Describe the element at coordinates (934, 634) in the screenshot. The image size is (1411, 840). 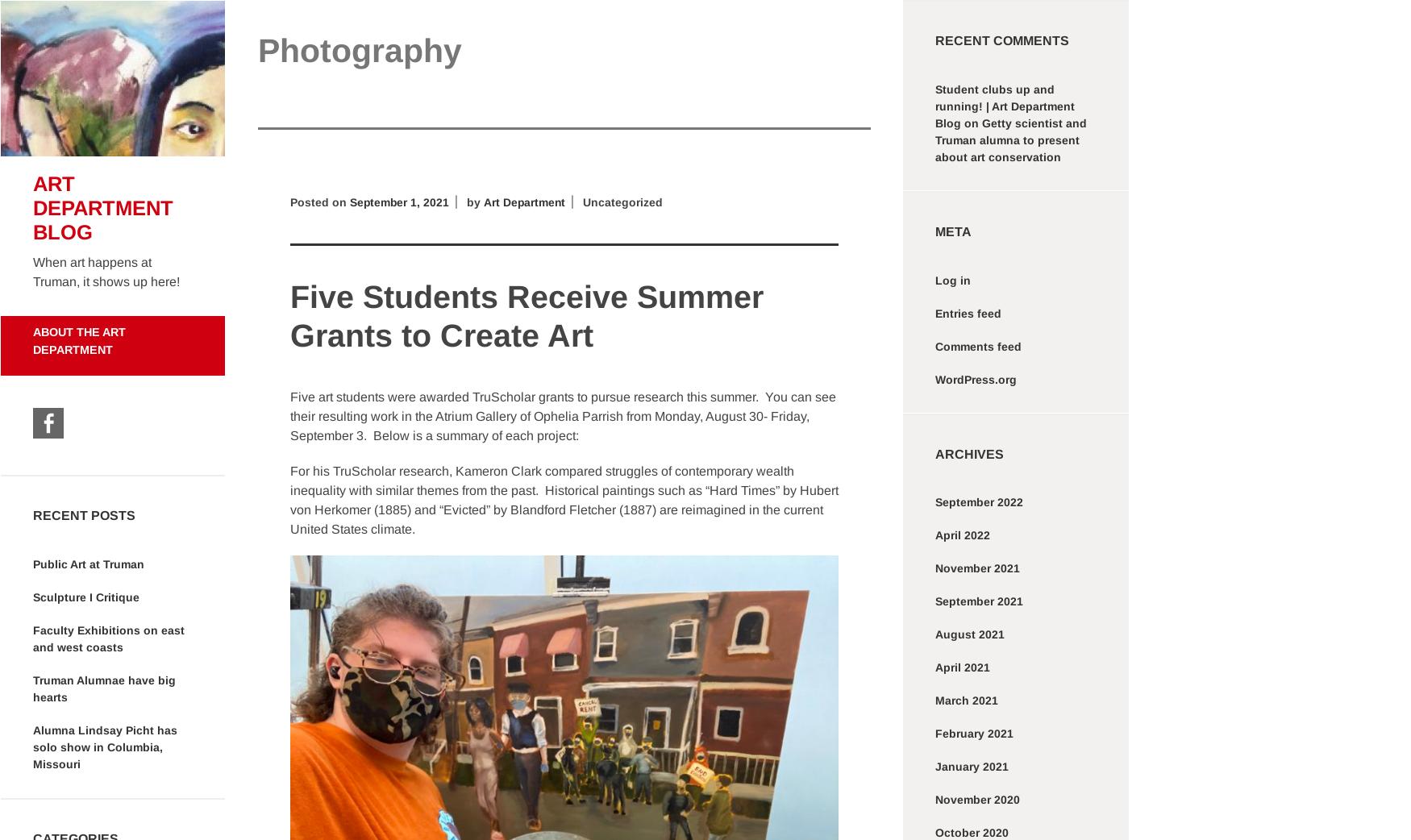
I see `'August 2021'` at that location.